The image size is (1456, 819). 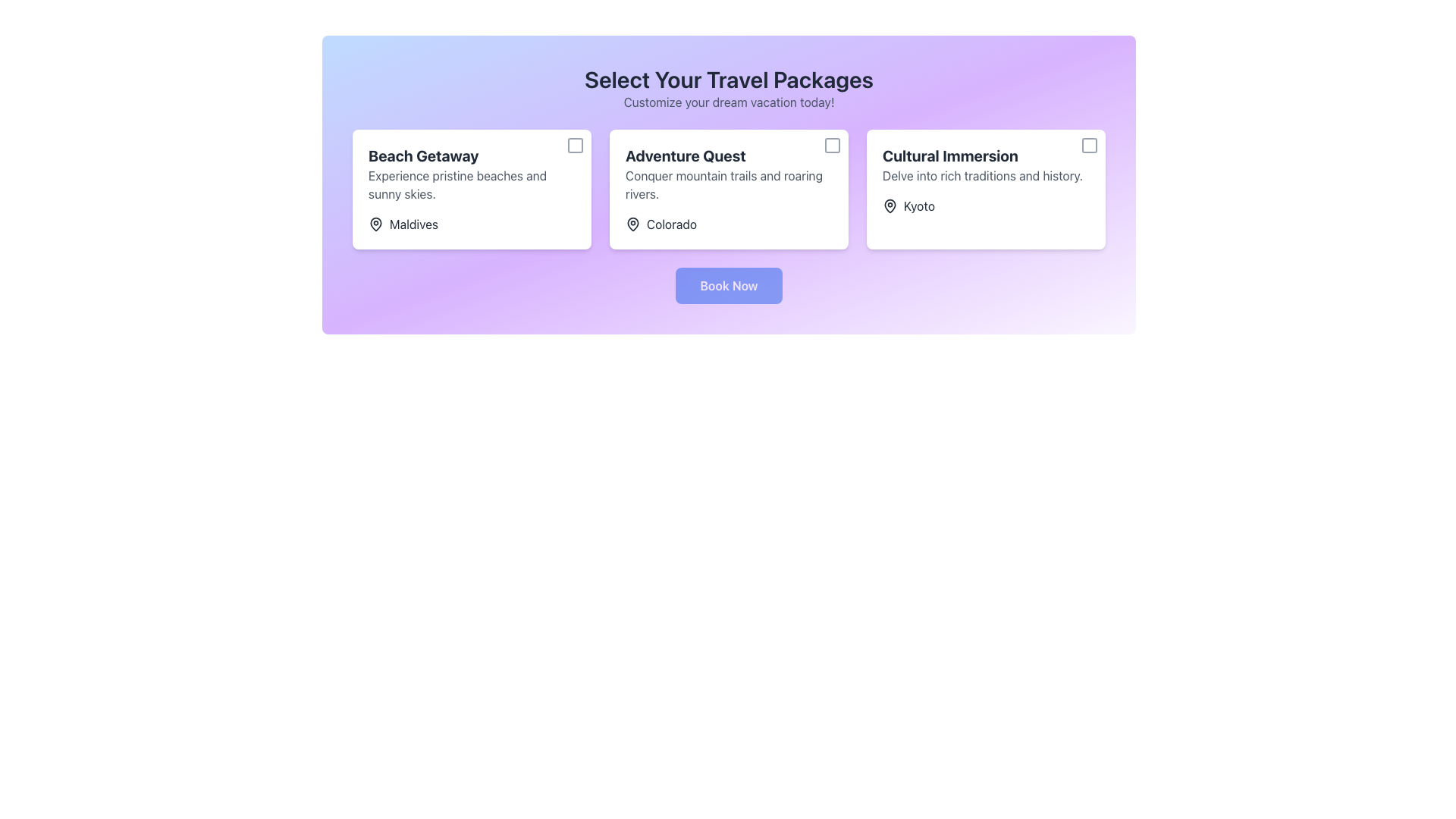 What do you see at coordinates (471, 184) in the screenshot?
I see `the descriptive text 'Experience pristine beaches and sunny skies' located beneath the title 'Beach Getaway' in the left card of a three-card layout` at bounding box center [471, 184].